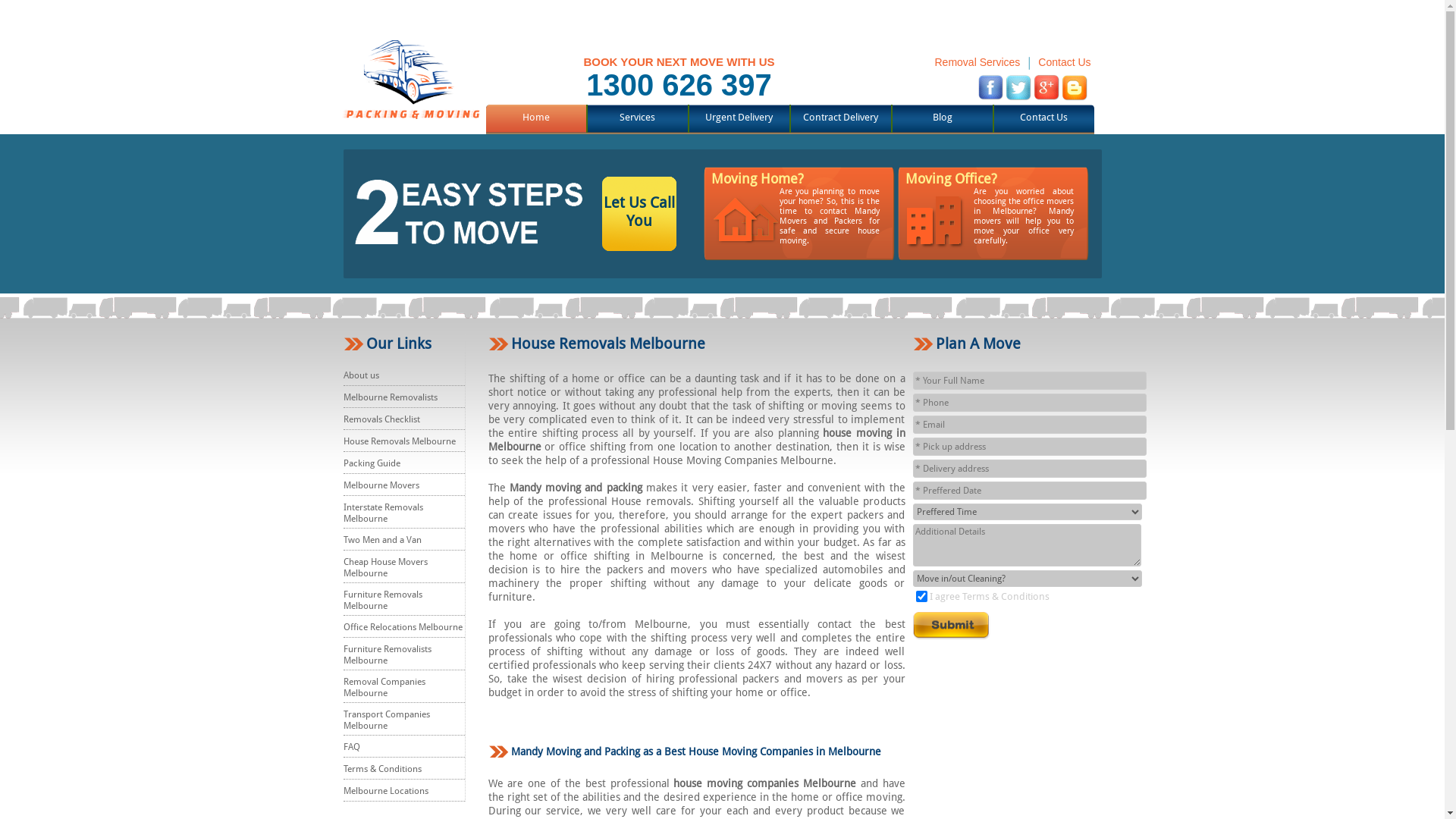 The image size is (1456, 819). I want to click on 'Removal Companies Melbourne', so click(383, 687).